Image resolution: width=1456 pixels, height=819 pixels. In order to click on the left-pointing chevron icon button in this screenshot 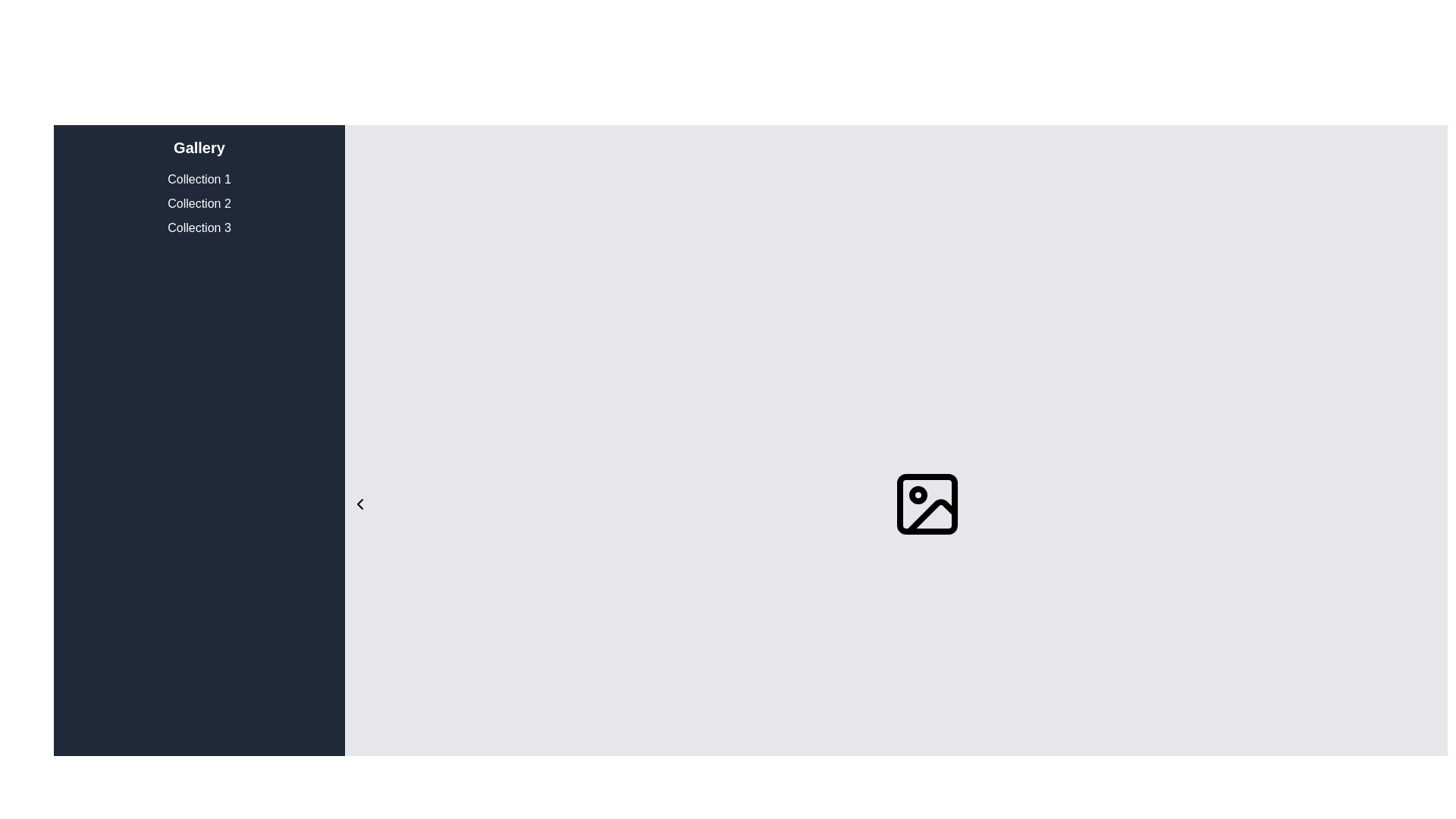, I will do `click(359, 504)`.